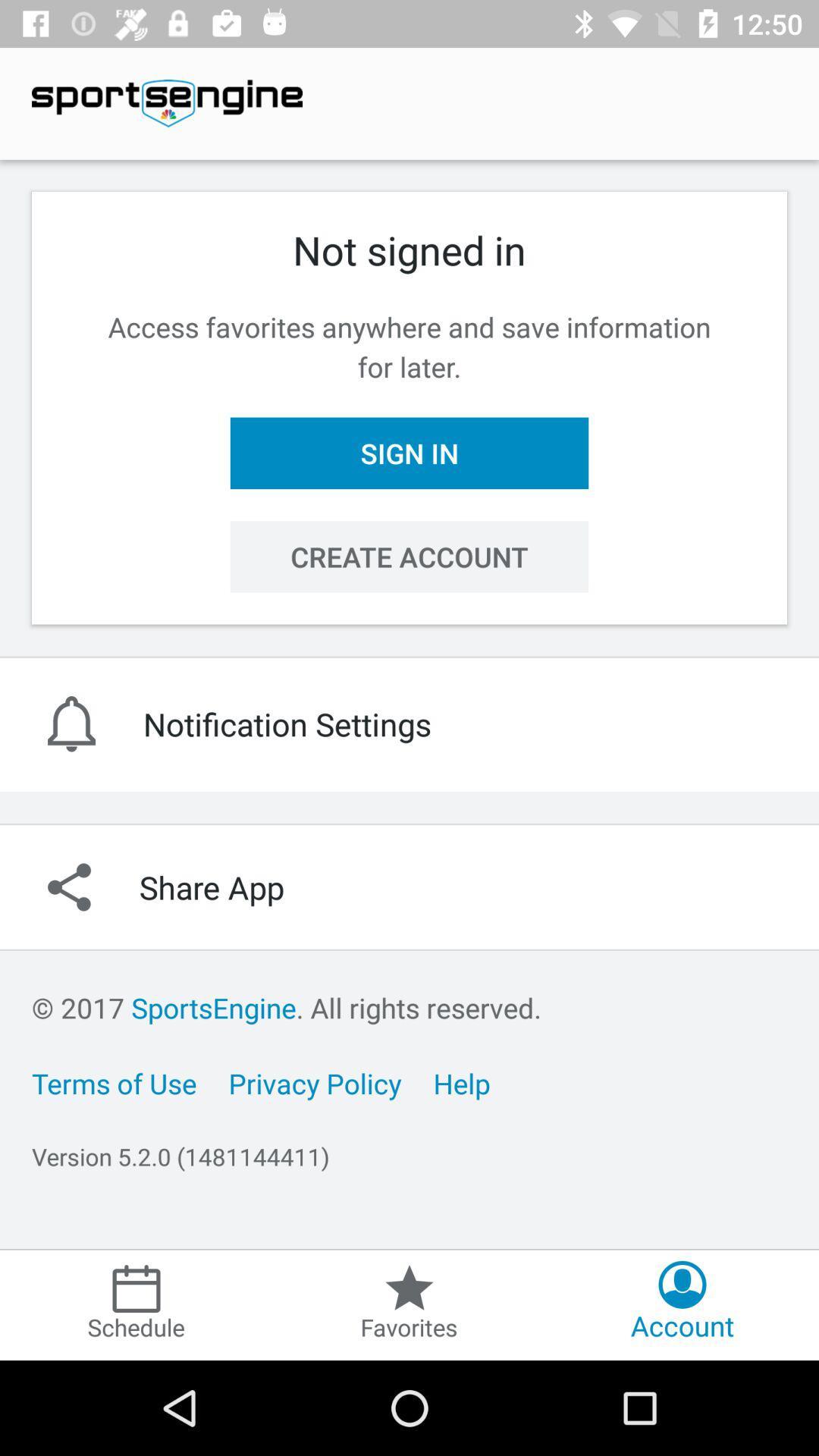 This screenshot has width=819, height=1456. I want to click on the item above terms of use item, so click(287, 1008).